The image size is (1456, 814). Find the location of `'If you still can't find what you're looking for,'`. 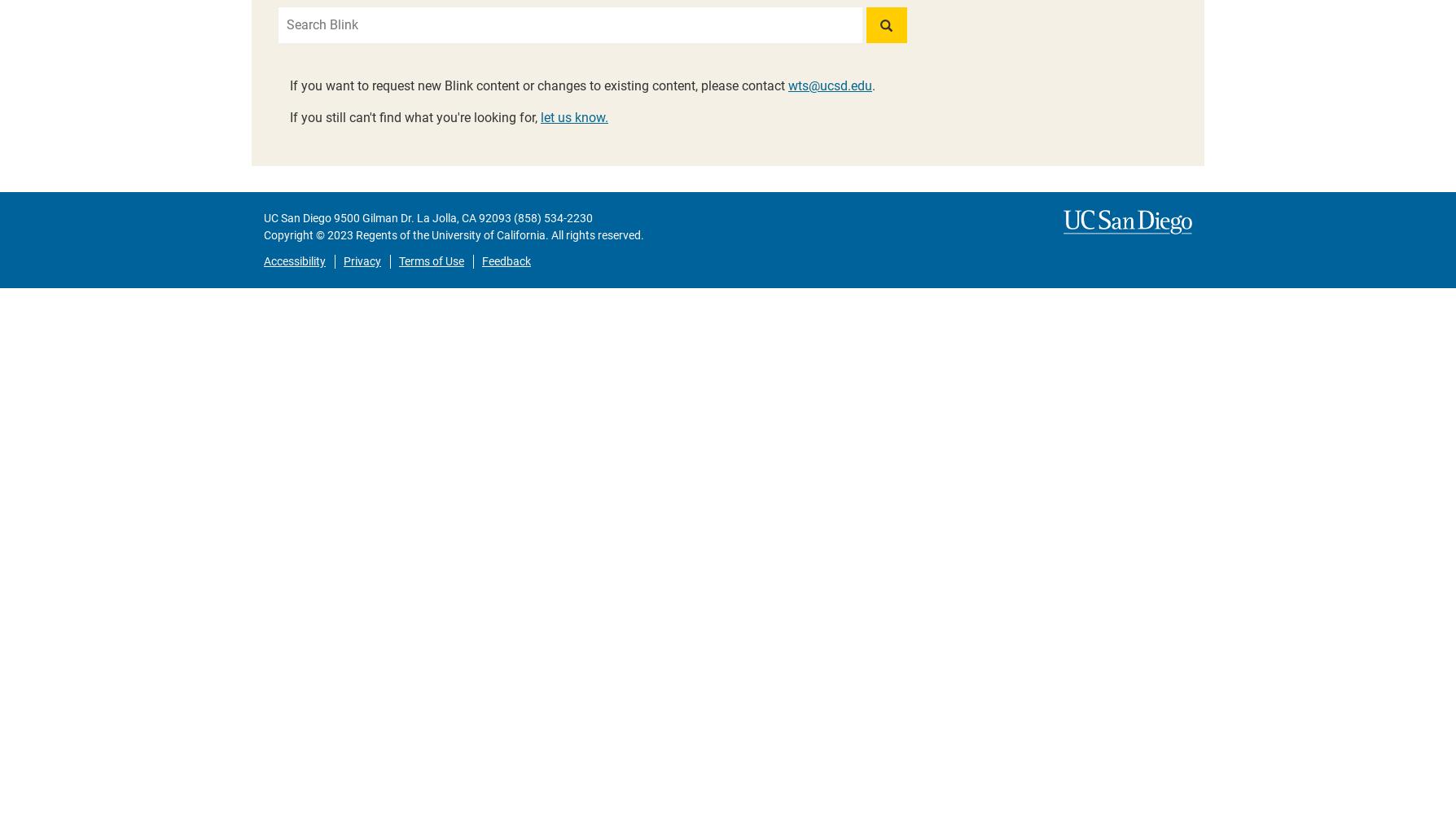

'If you still can't find what you're looking for,' is located at coordinates (414, 117).